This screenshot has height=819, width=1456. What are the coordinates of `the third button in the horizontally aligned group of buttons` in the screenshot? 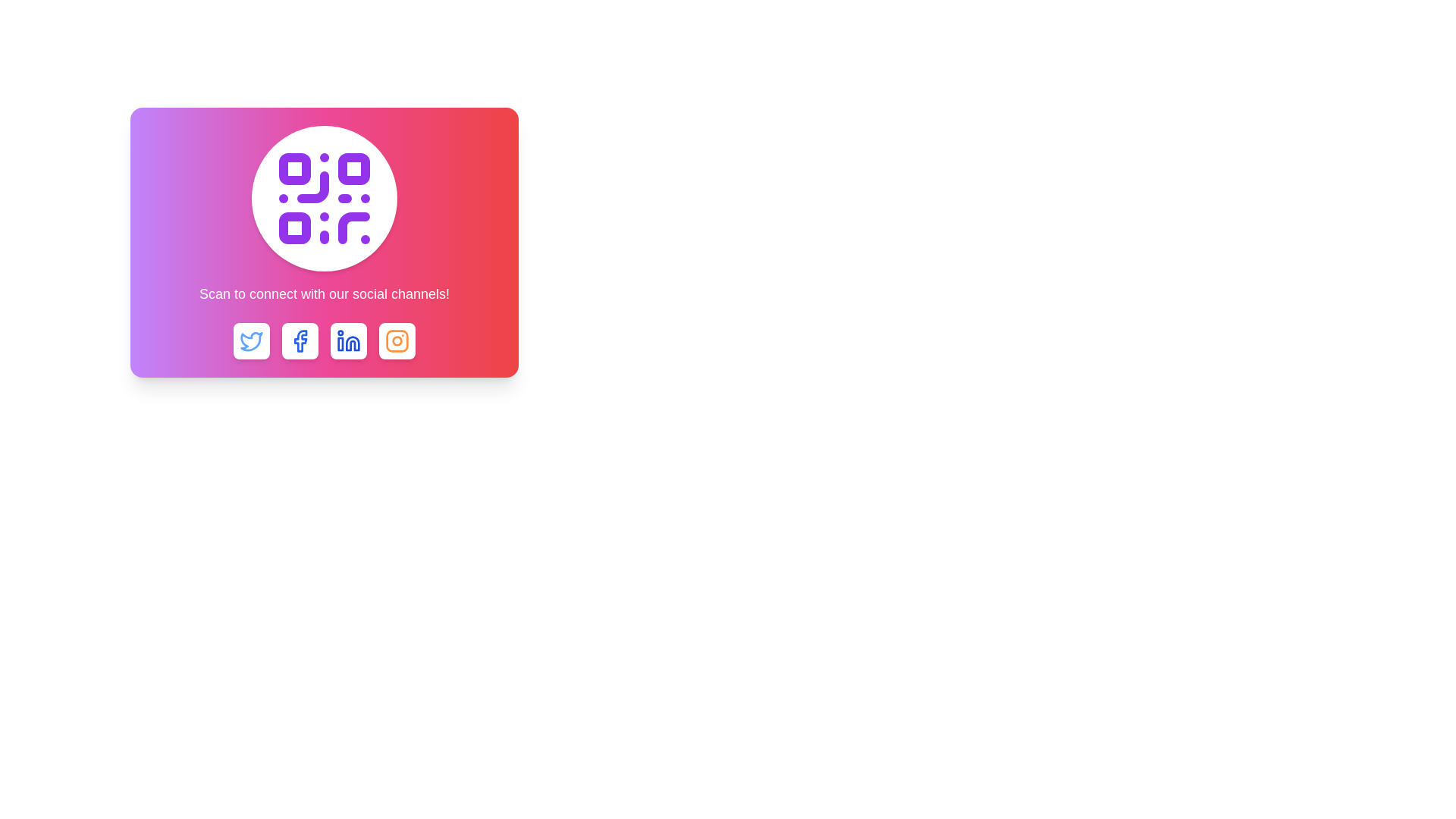 It's located at (323, 341).